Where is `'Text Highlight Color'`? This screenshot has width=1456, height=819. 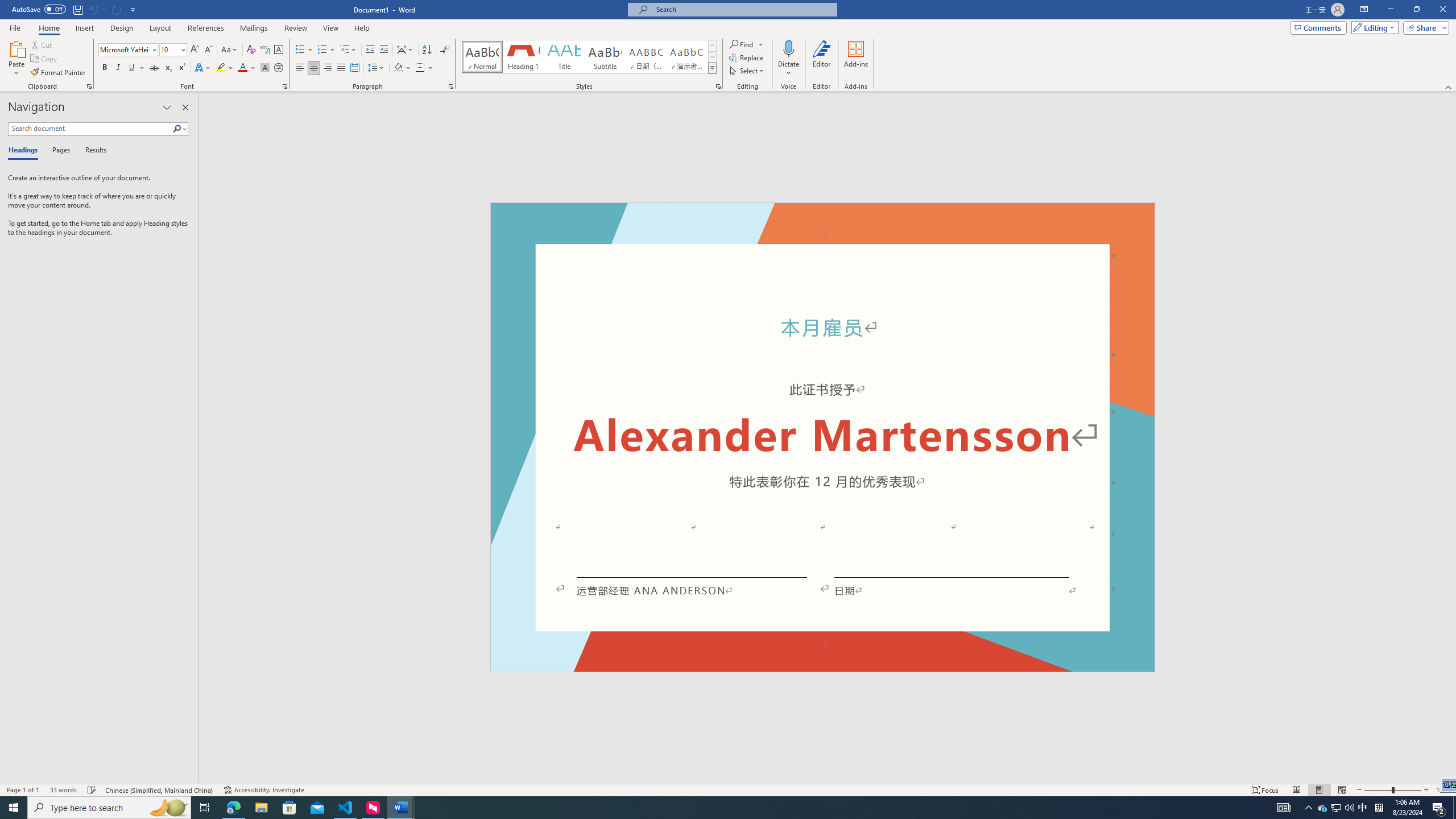
'Text Highlight Color' is located at coordinates (225, 67).